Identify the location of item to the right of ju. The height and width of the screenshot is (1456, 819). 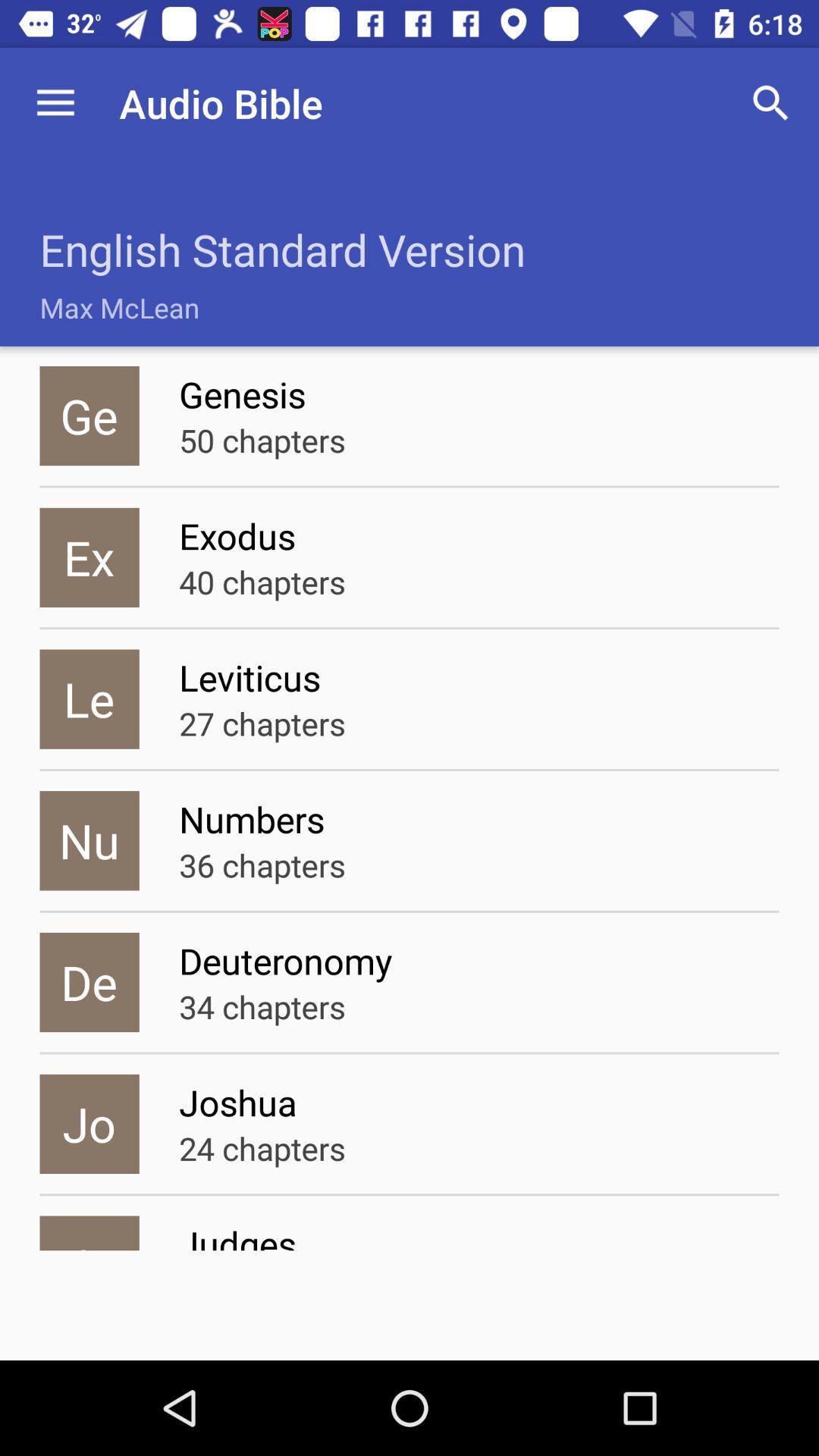
(479, 1235).